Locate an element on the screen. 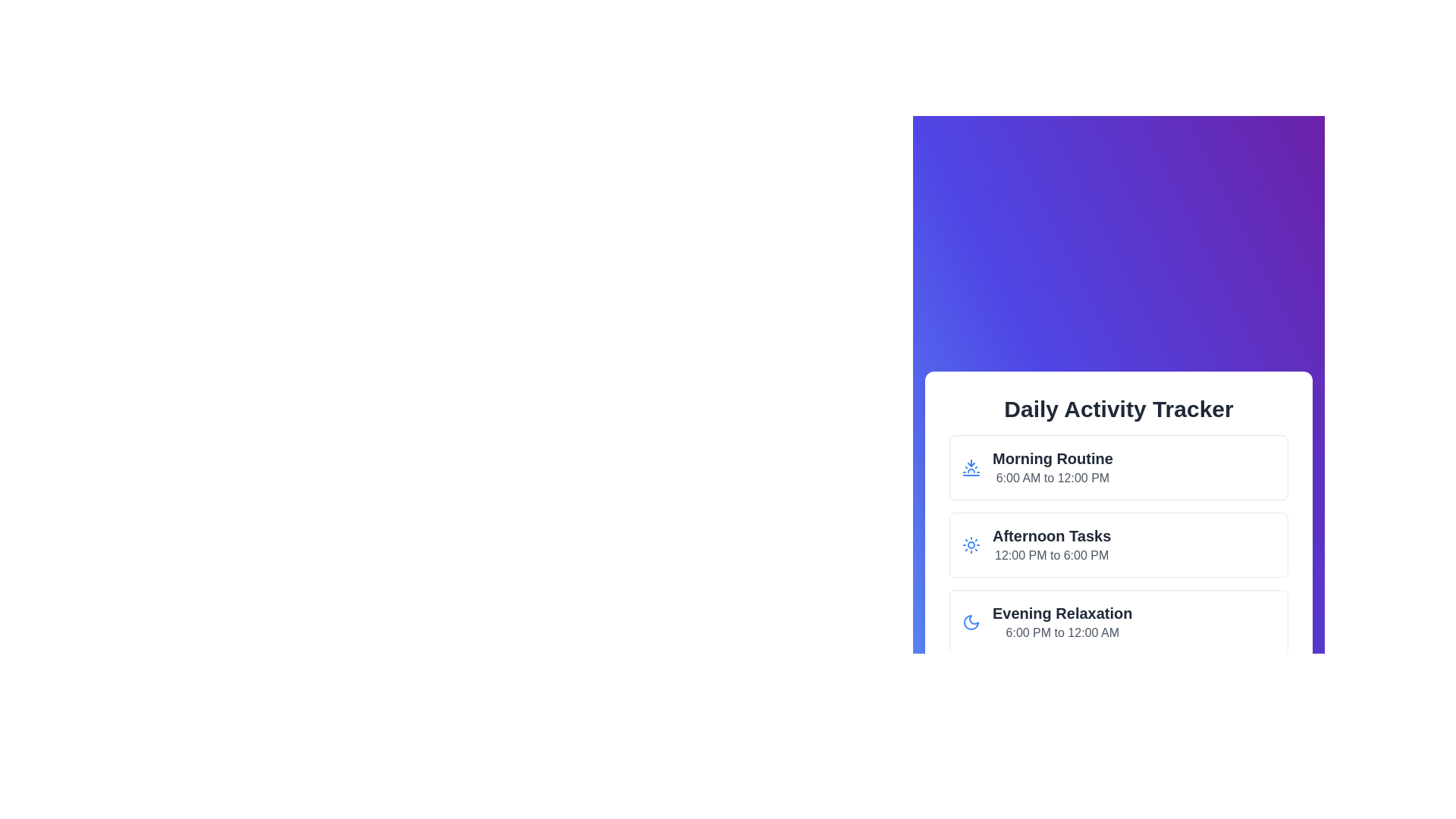  the crescent moon-shaped icon associated with the 'Evening Relaxation' section is located at coordinates (971, 623).